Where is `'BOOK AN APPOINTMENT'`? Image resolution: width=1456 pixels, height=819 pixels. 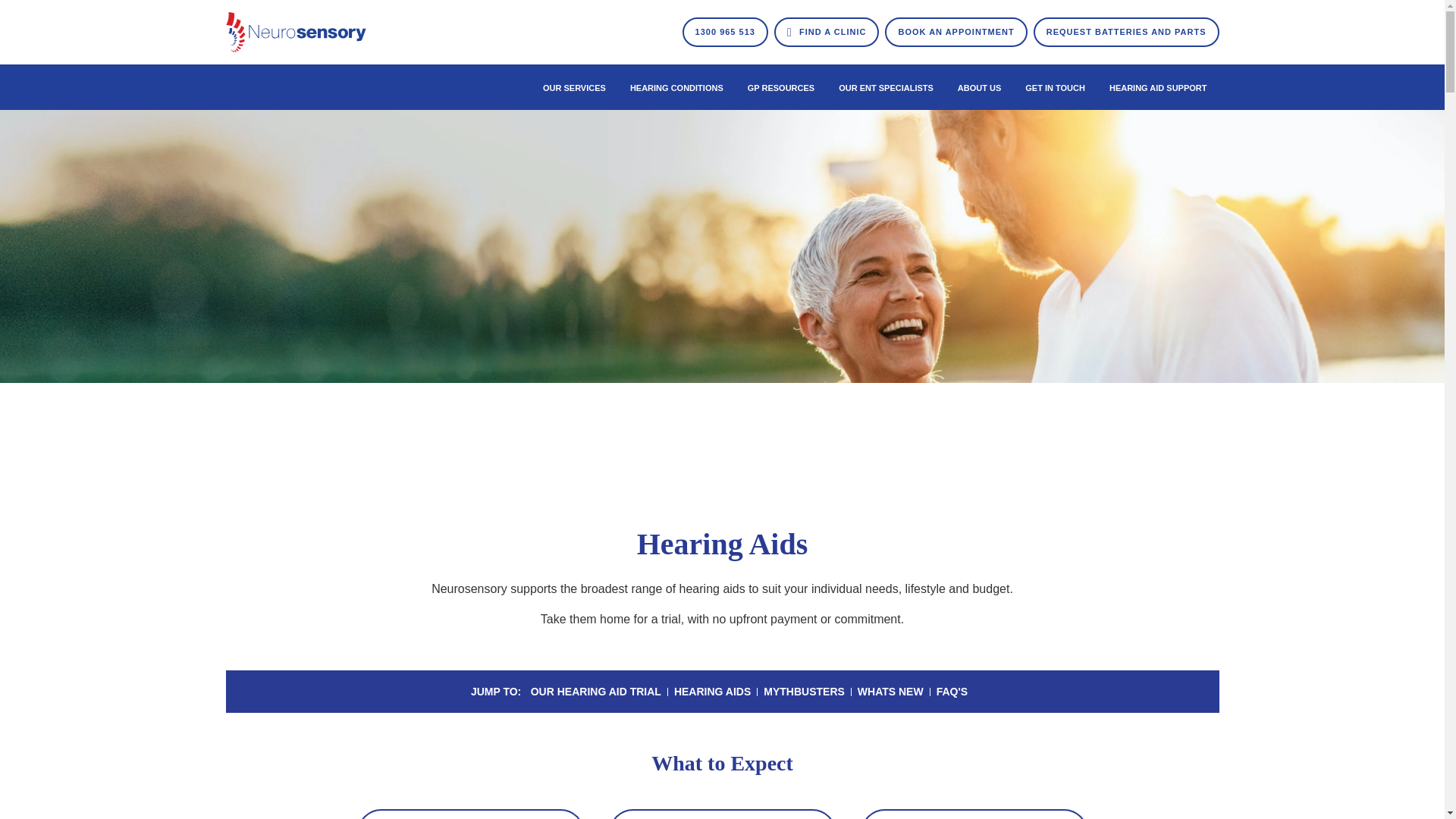 'BOOK AN APPOINTMENT' is located at coordinates (955, 32).